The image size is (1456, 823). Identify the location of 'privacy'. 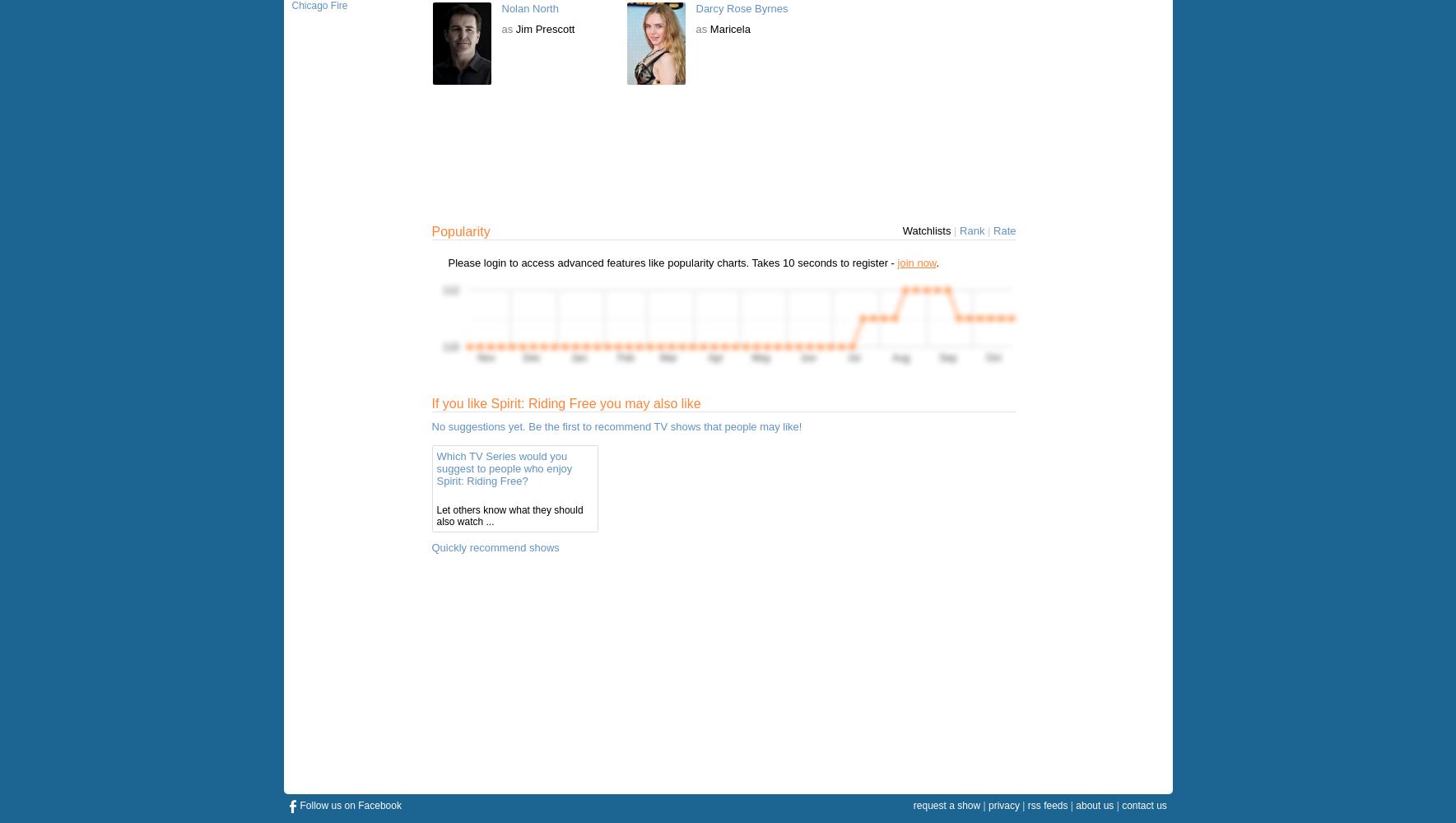
(1002, 805).